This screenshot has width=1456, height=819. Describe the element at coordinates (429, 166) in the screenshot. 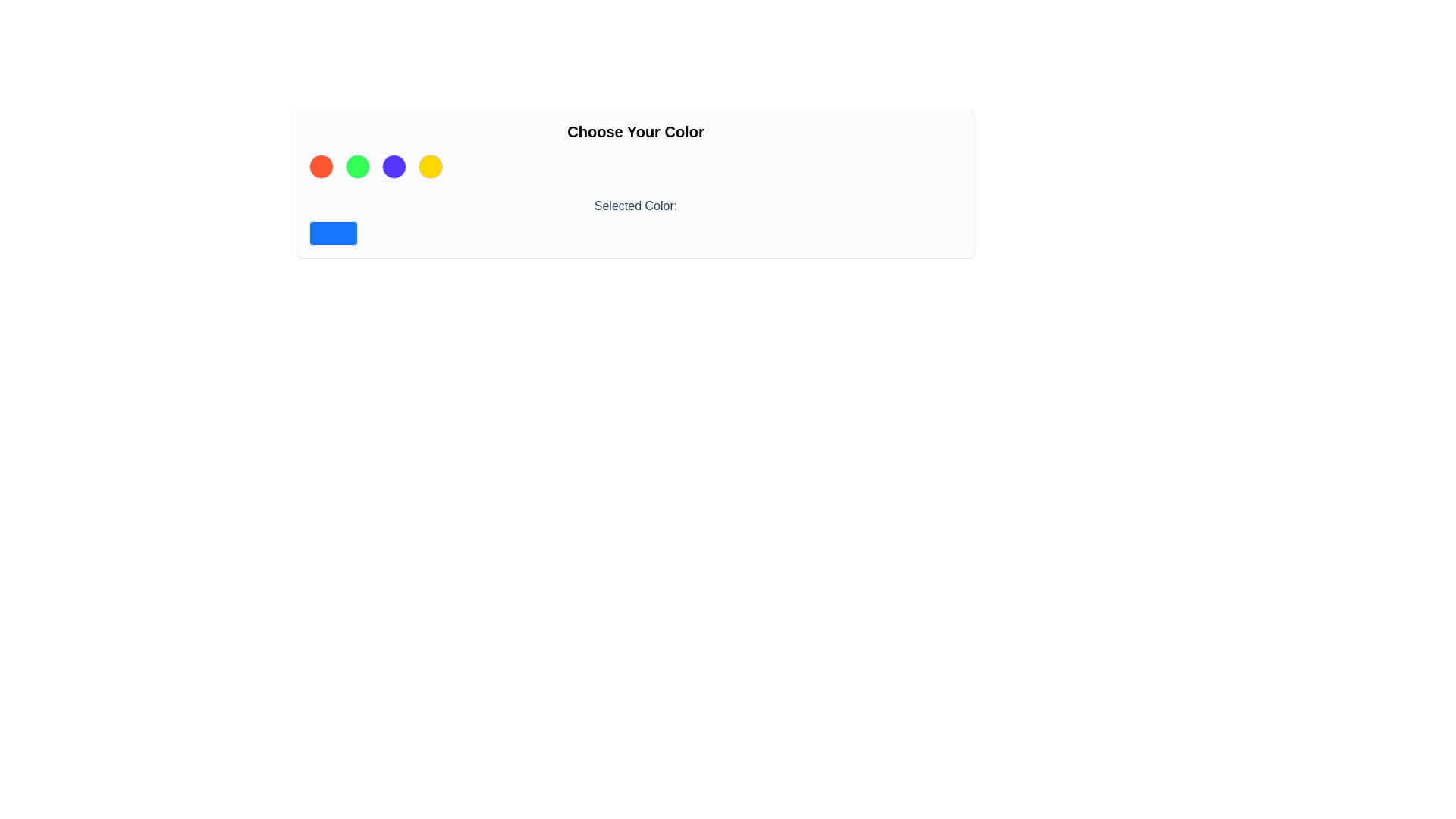

I see `the fourth circular color indicator in the color palette` at that location.